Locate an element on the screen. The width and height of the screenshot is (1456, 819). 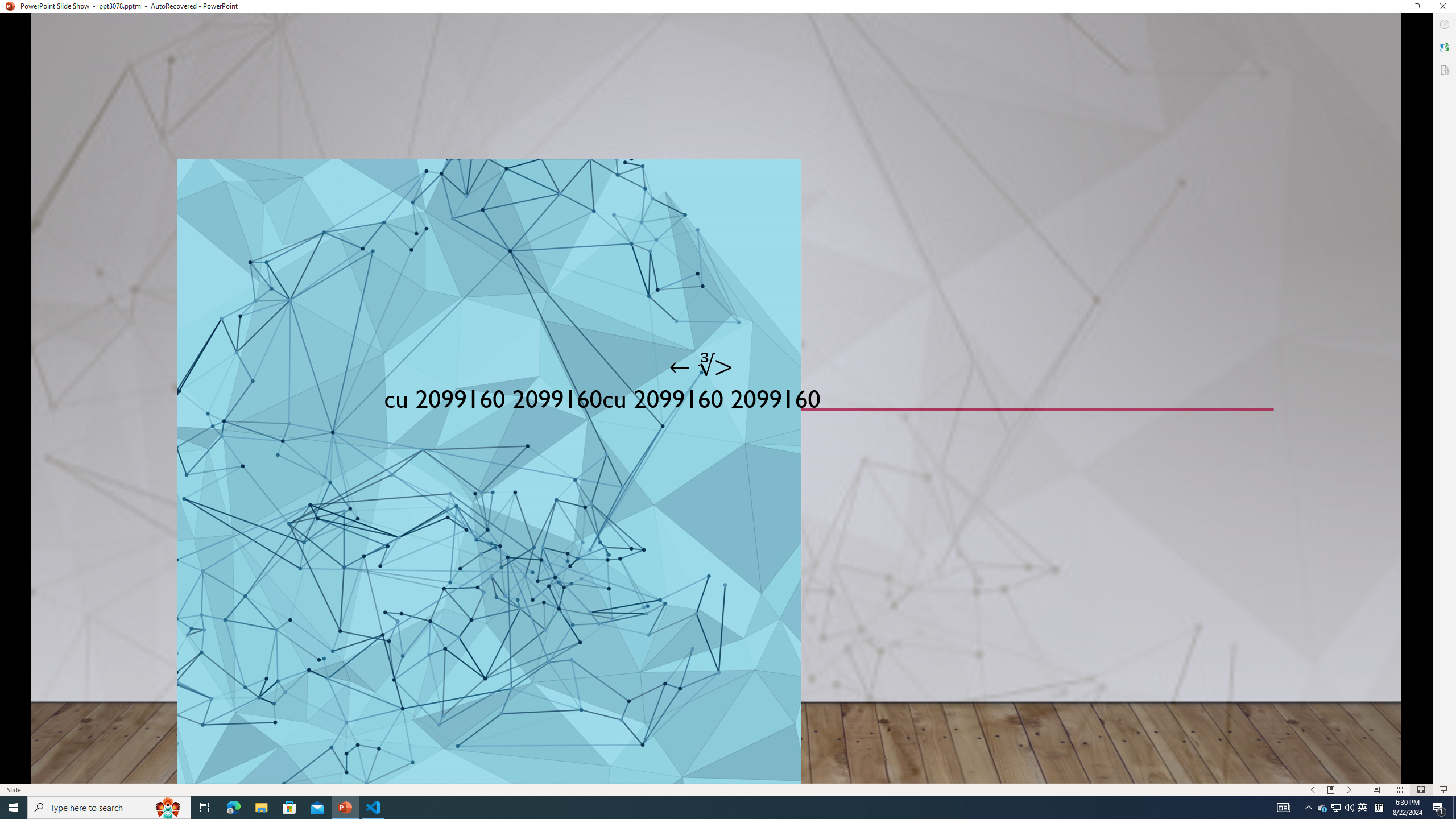
'Menu On' is located at coordinates (1331, 790).